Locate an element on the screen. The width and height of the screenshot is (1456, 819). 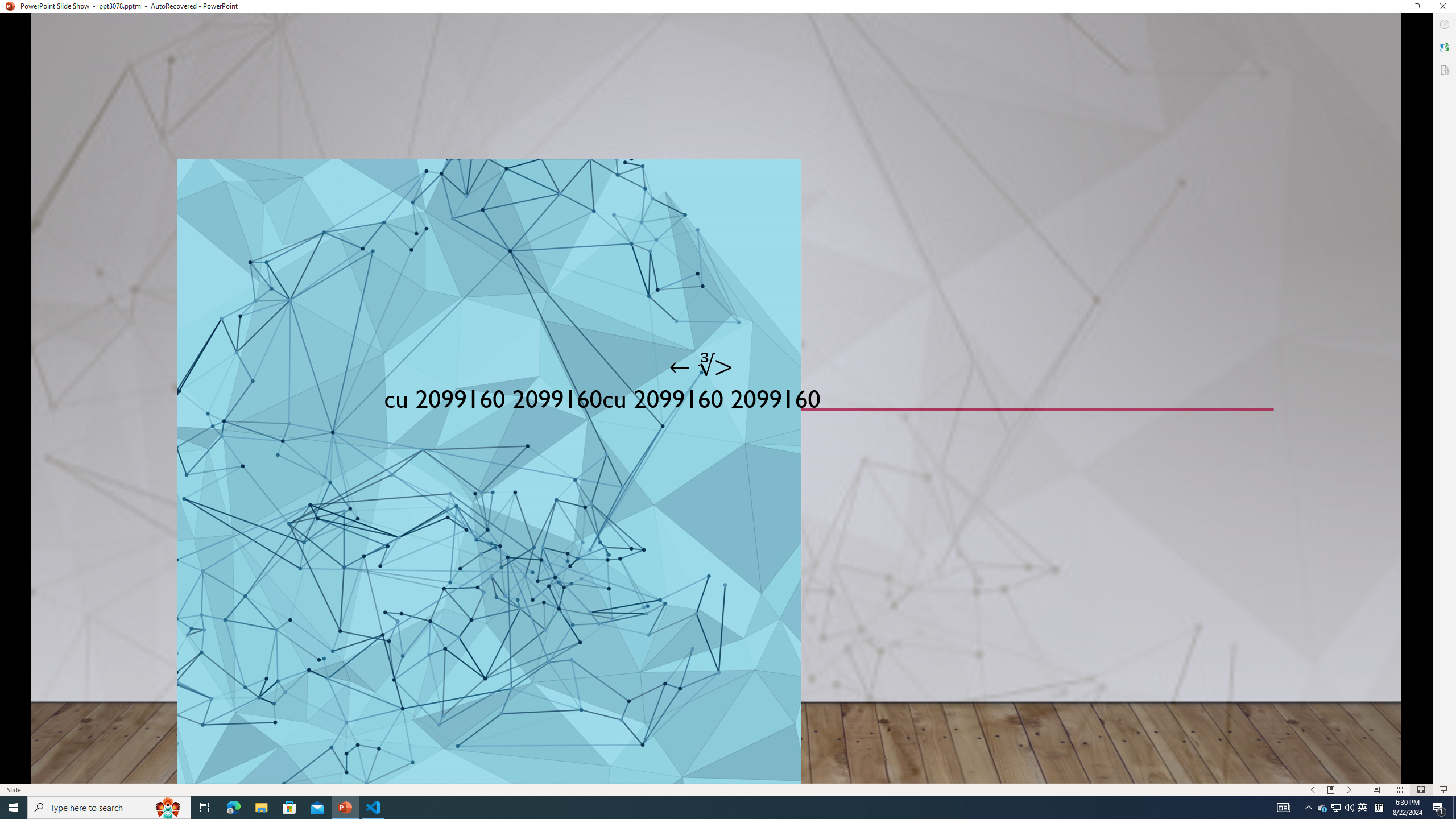
'Menu On' is located at coordinates (1331, 790).